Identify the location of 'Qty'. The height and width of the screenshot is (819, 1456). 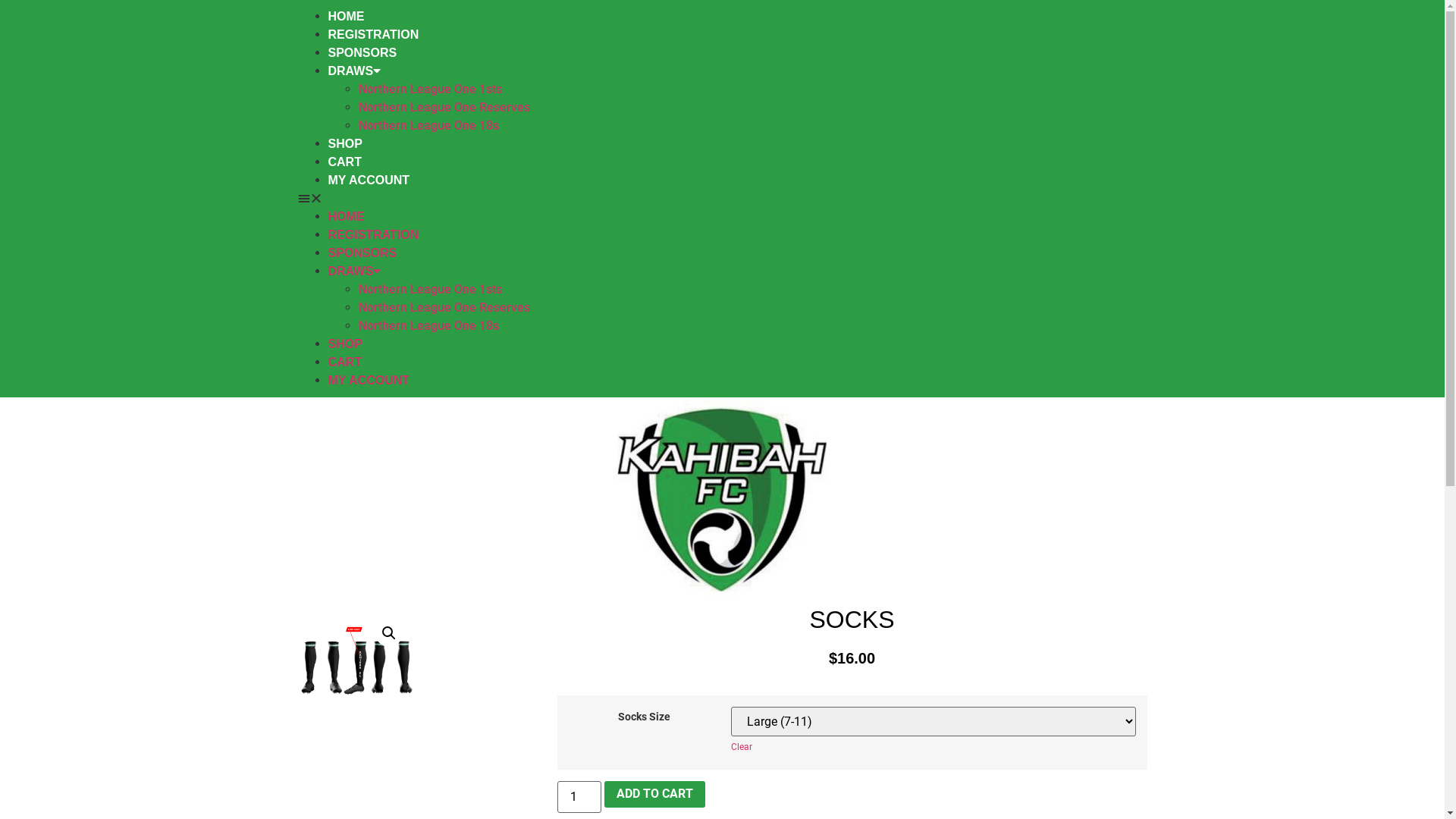
(578, 795).